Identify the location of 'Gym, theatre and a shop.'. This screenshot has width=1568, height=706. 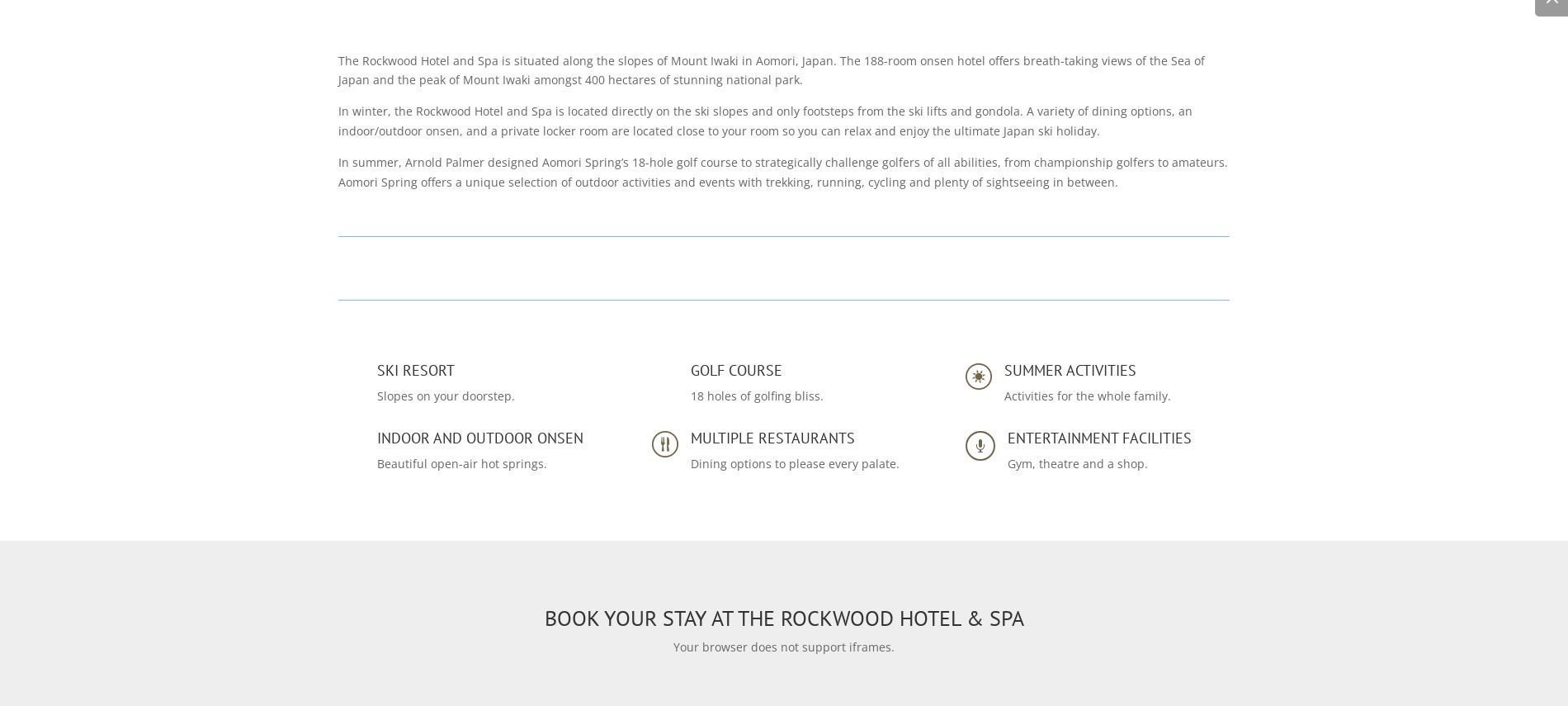
(1005, 462).